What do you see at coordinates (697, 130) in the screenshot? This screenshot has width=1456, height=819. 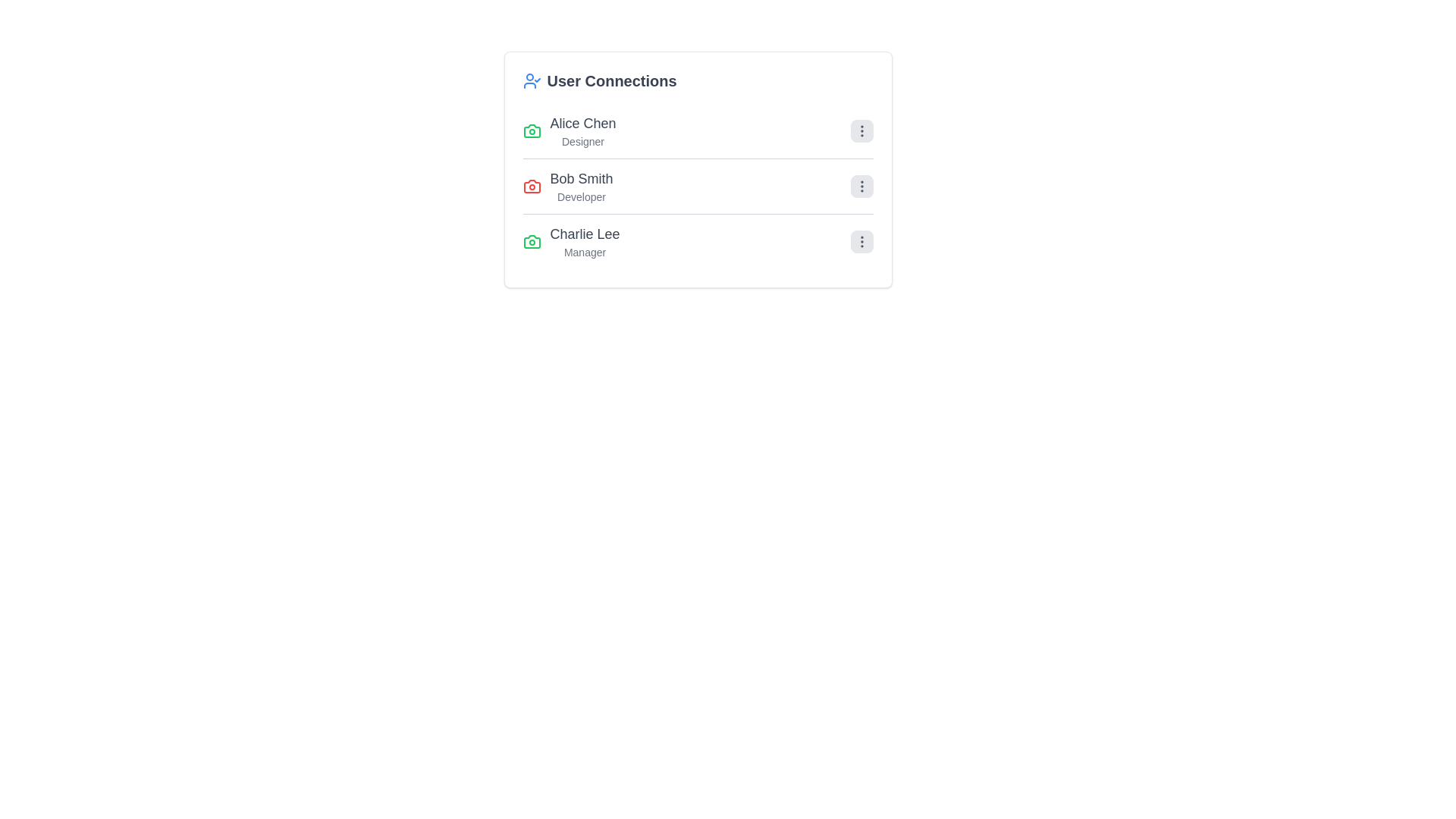 I see `the List item component displaying information about the user 'Alice Chen'` at bounding box center [697, 130].